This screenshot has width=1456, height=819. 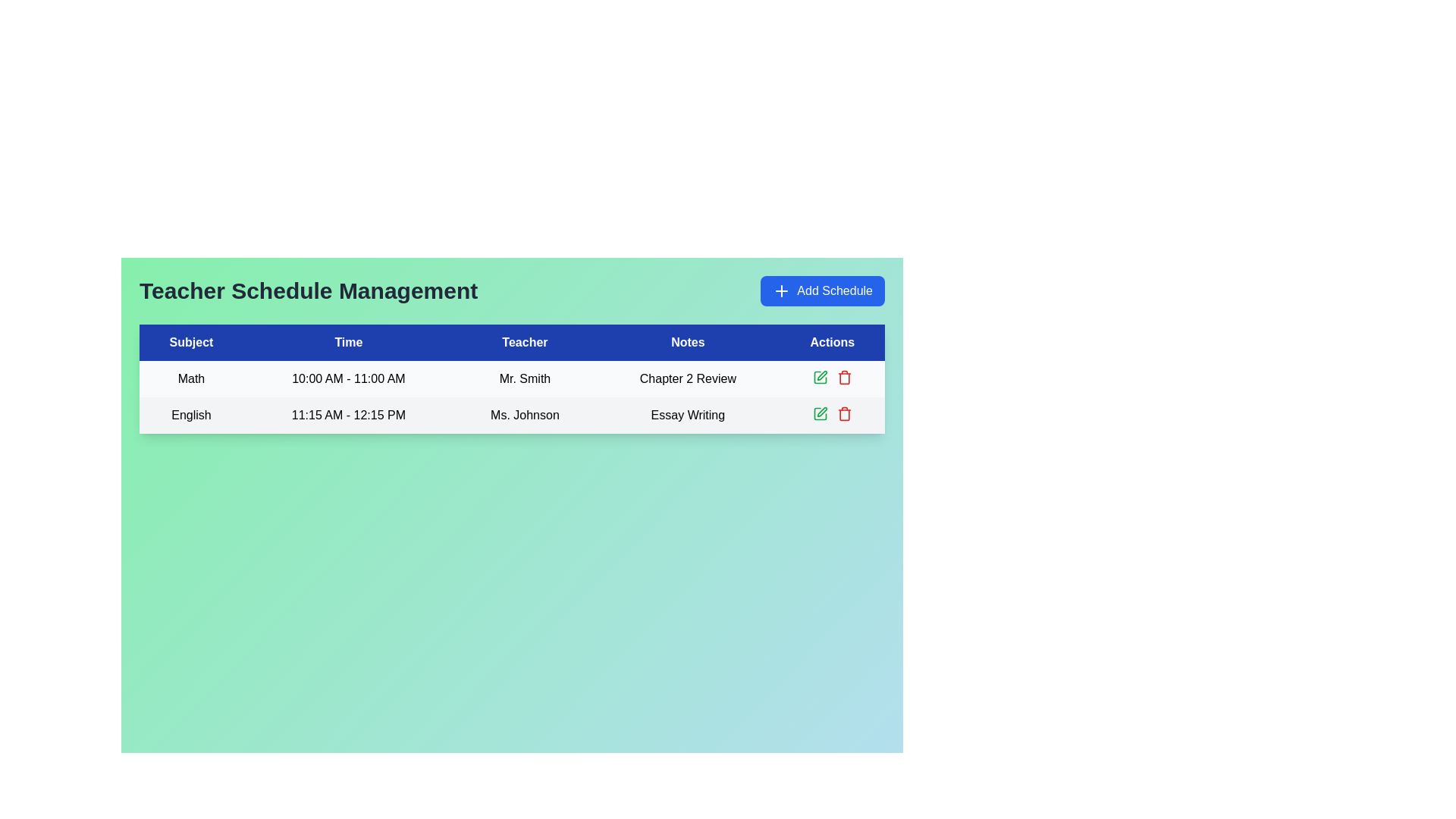 What do you see at coordinates (347, 378) in the screenshot?
I see `the static Text label displaying the scheduled time for the 'Math' class` at bounding box center [347, 378].